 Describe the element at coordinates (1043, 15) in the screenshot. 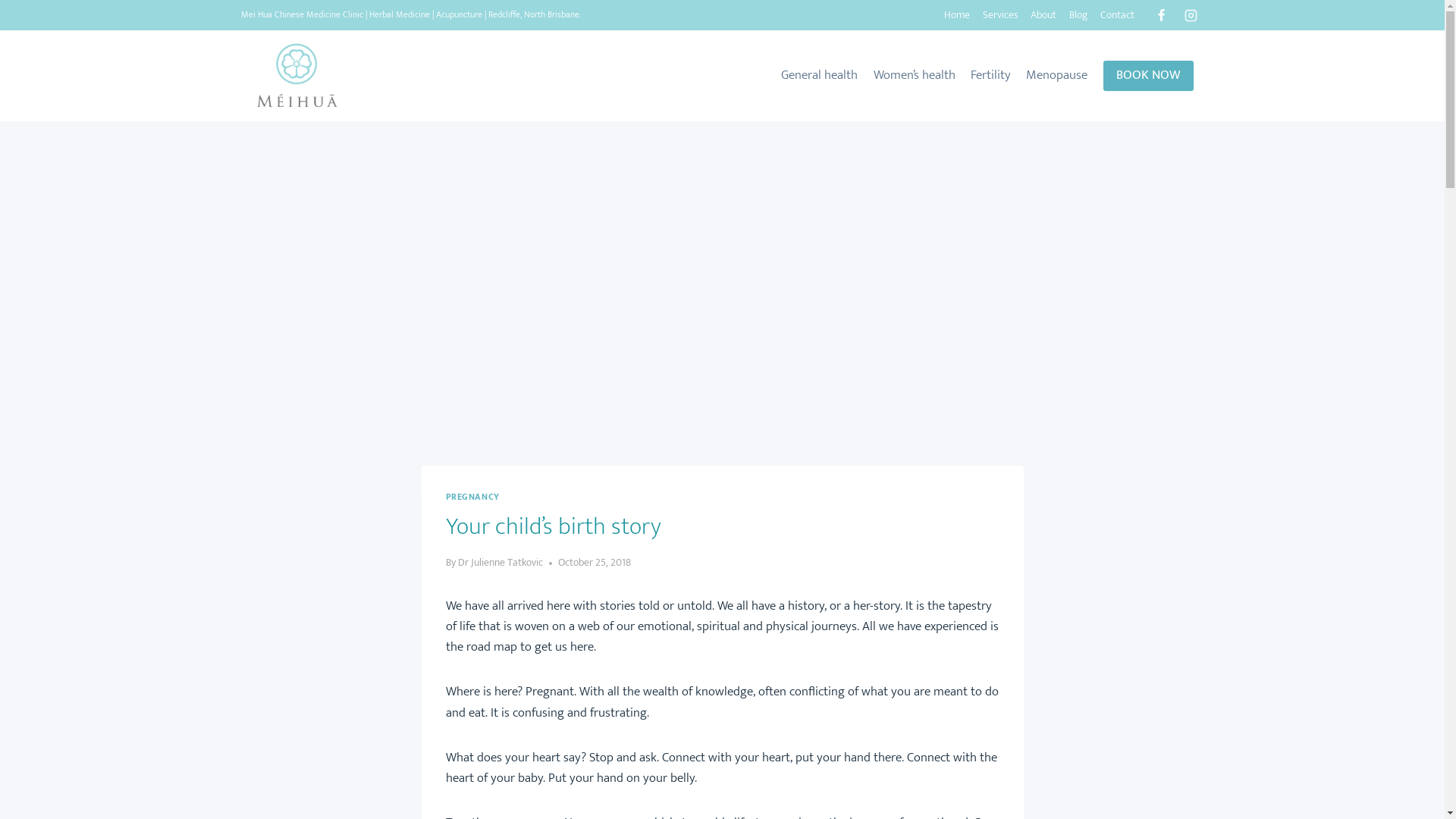

I see `'About'` at that location.